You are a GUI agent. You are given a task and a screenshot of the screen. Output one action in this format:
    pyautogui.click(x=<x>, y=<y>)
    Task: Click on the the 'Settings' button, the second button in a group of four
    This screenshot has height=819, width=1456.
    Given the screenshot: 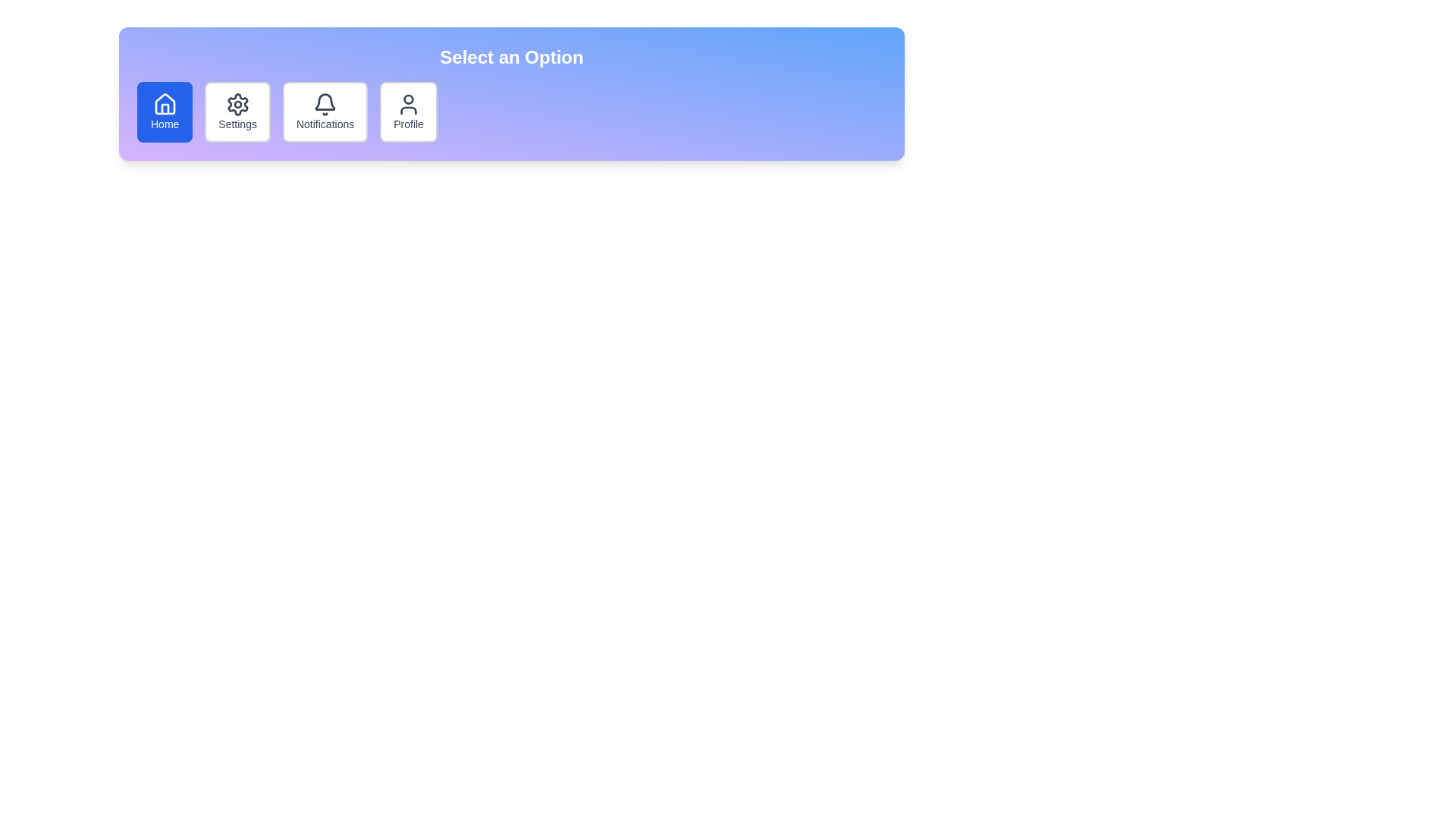 What is the action you would take?
    pyautogui.click(x=237, y=111)
    